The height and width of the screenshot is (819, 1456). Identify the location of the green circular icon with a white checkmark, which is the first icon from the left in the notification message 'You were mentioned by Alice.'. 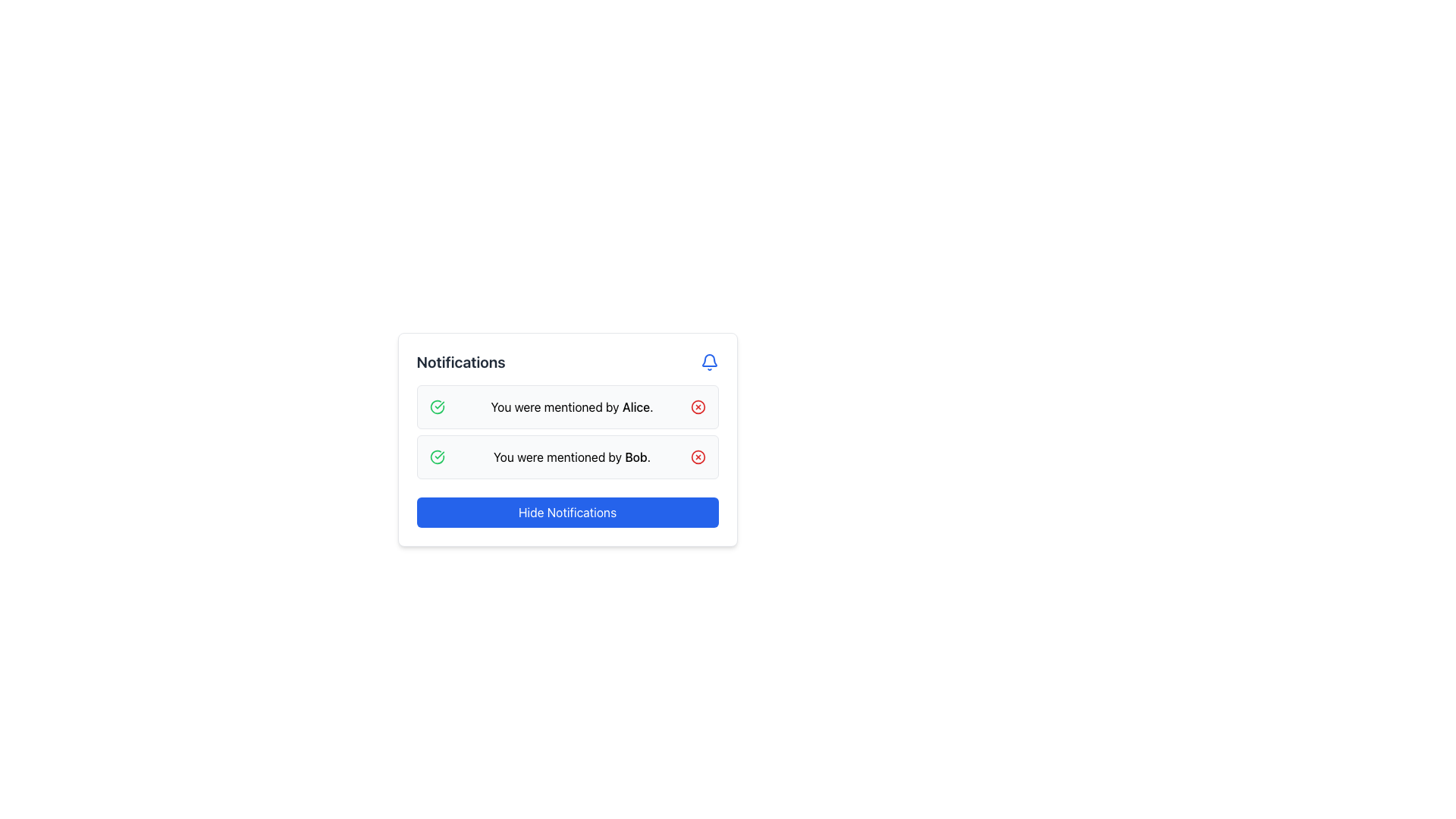
(436, 406).